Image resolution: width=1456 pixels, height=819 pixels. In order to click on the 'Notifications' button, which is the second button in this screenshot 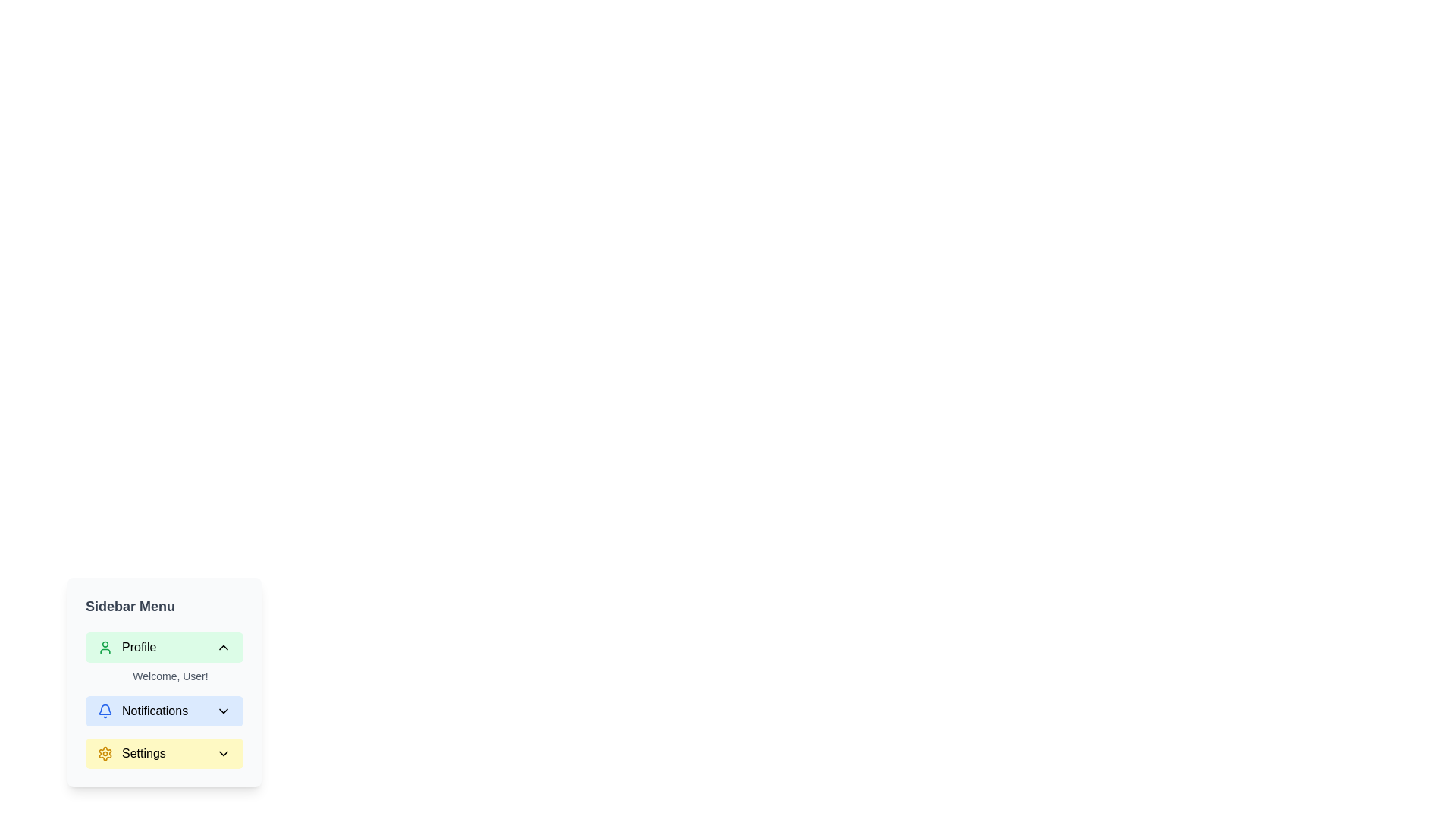, I will do `click(164, 711)`.